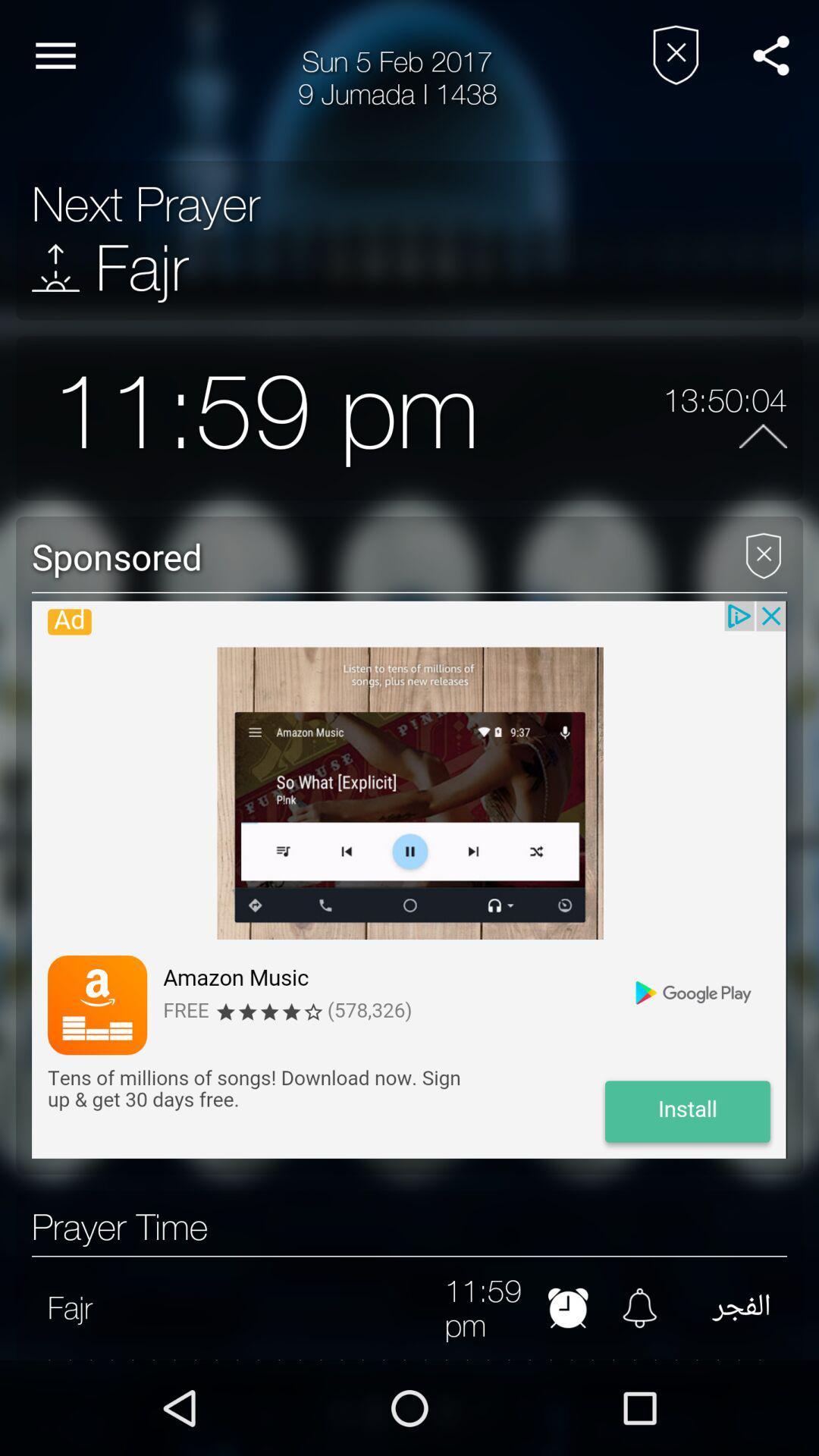 The image size is (819, 1456). What do you see at coordinates (568, 1307) in the screenshot?
I see `clock` at bounding box center [568, 1307].